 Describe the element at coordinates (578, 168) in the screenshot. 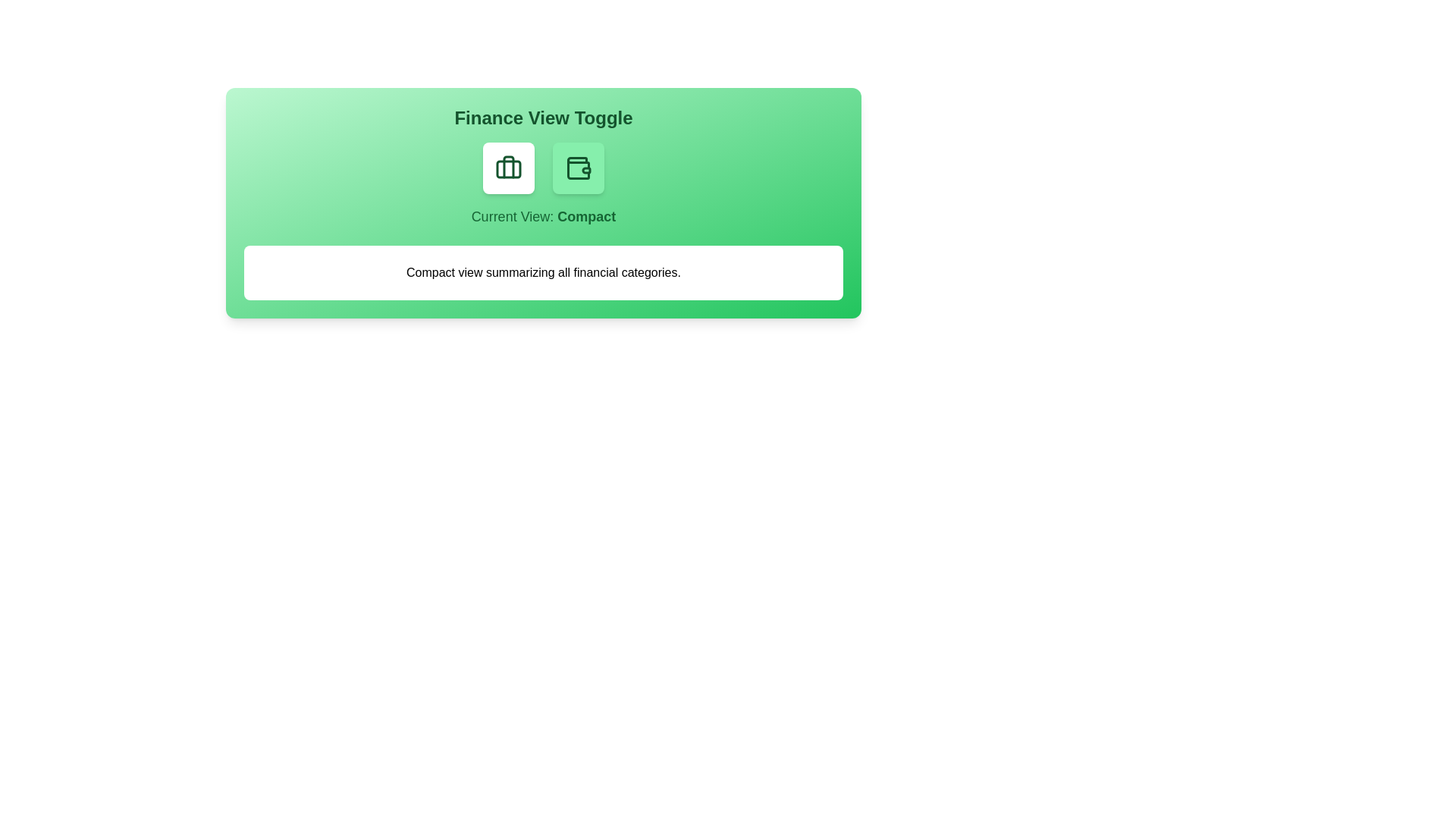

I see `the button representing the Detailed view to toggle the view mode` at that location.